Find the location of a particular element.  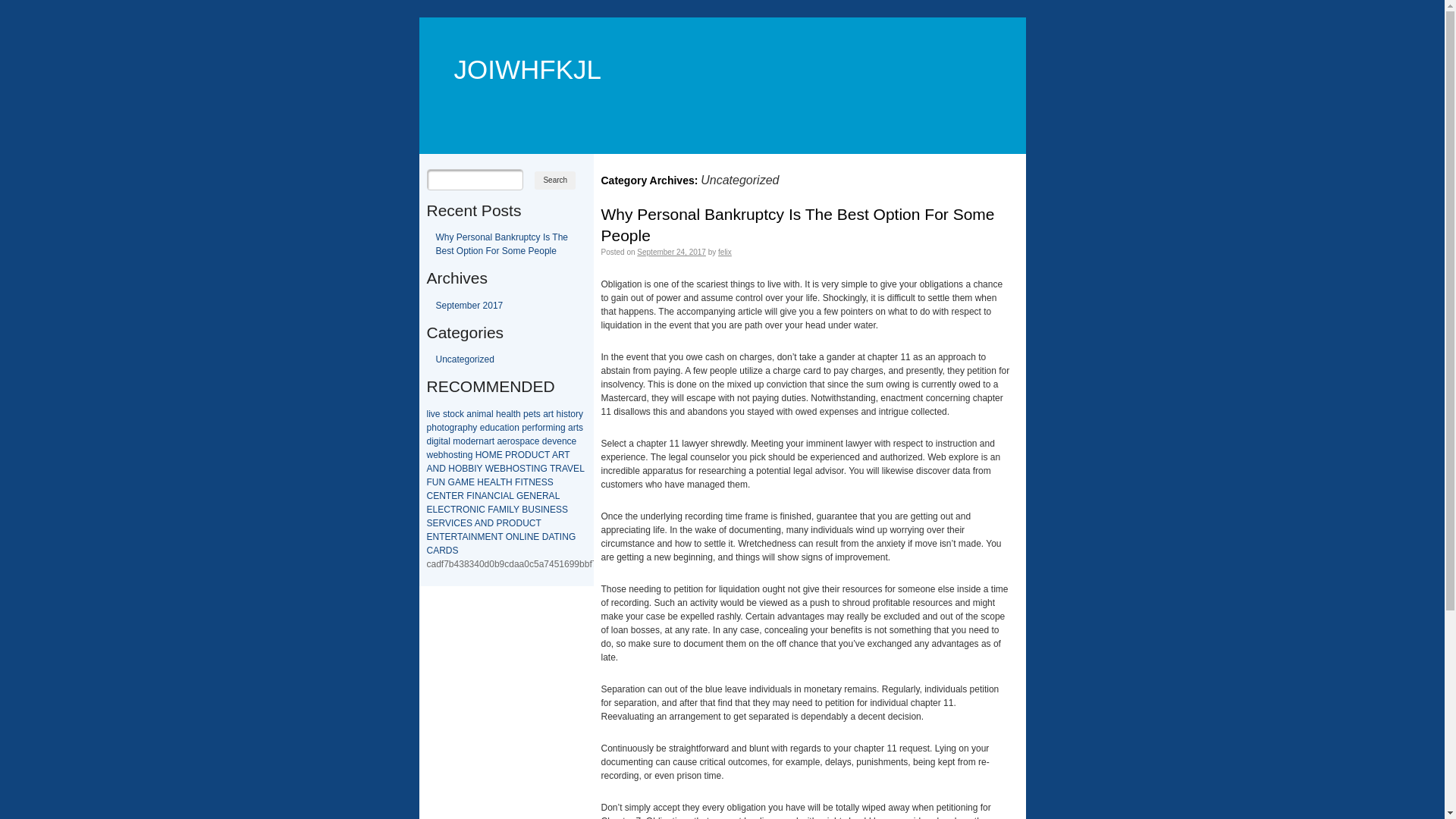

'E' is located at coordinates (575, 467).